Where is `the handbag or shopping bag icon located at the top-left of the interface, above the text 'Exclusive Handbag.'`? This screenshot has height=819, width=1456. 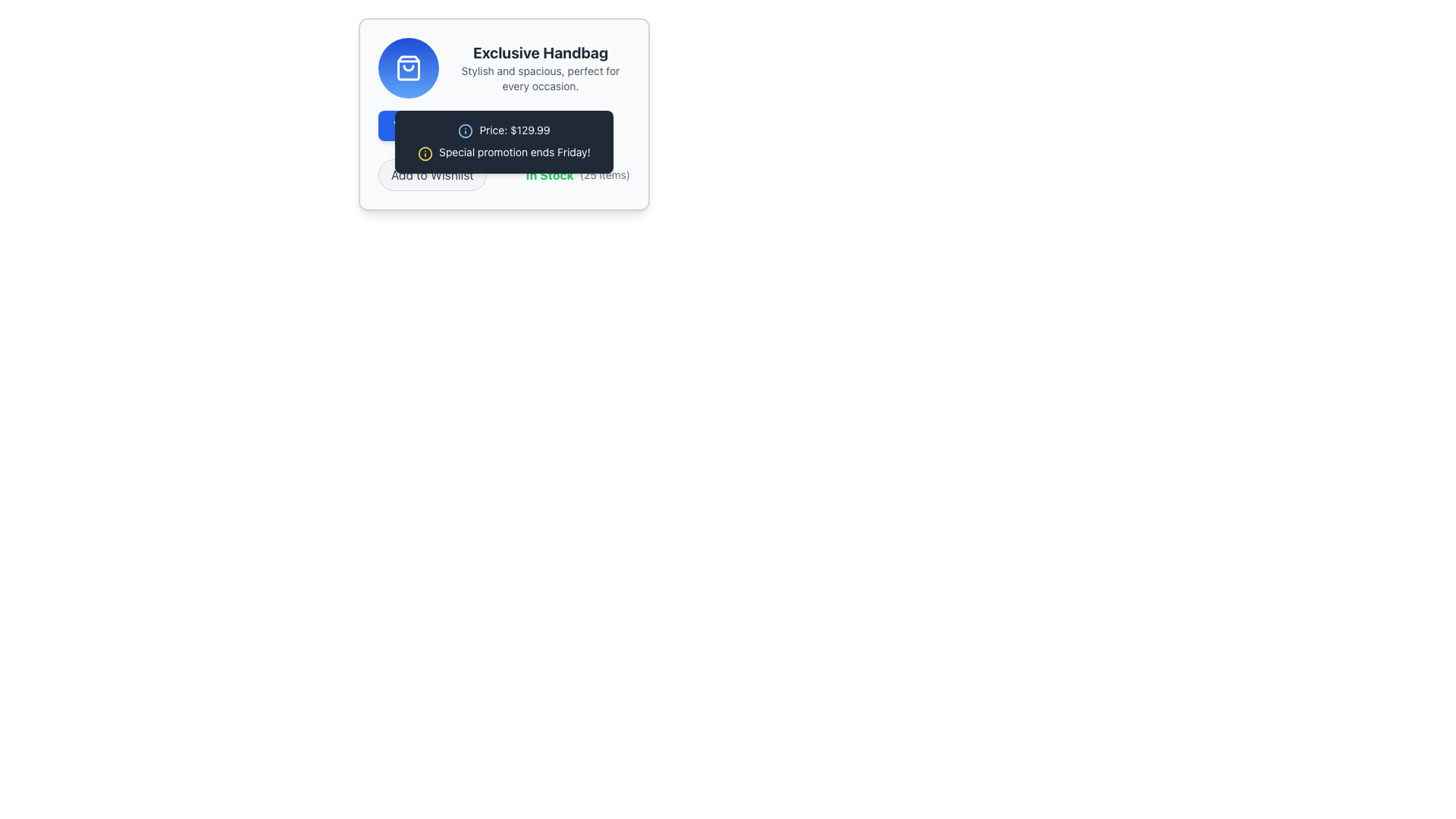 the handbag or shopping bag icon located at the top-left of the interface, above the text 'Exclusive Handbag.' is located at coordinates (408, 67).